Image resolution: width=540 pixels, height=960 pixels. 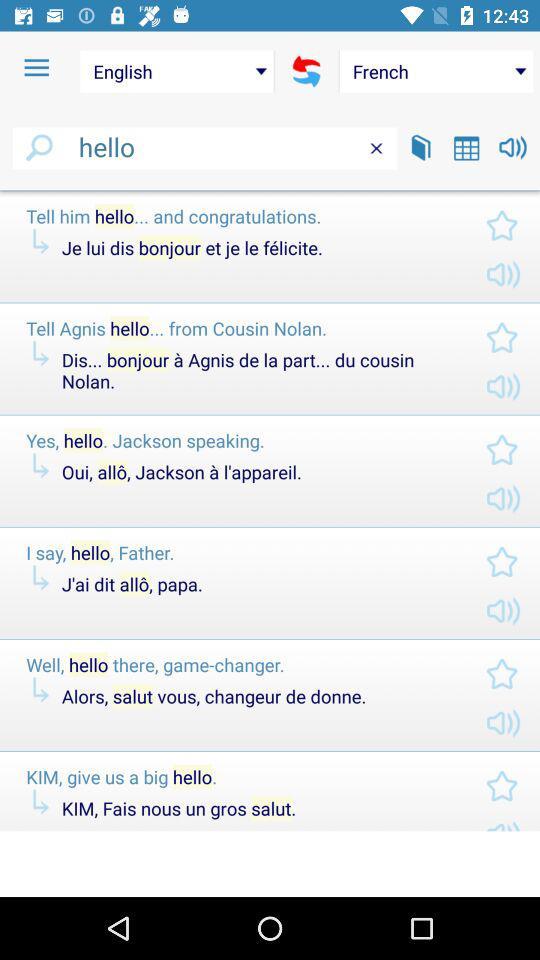 What do you see at coordinates (239, 552) in the screenshot?
I see `the i say hello` at bounding box center [239, 552].